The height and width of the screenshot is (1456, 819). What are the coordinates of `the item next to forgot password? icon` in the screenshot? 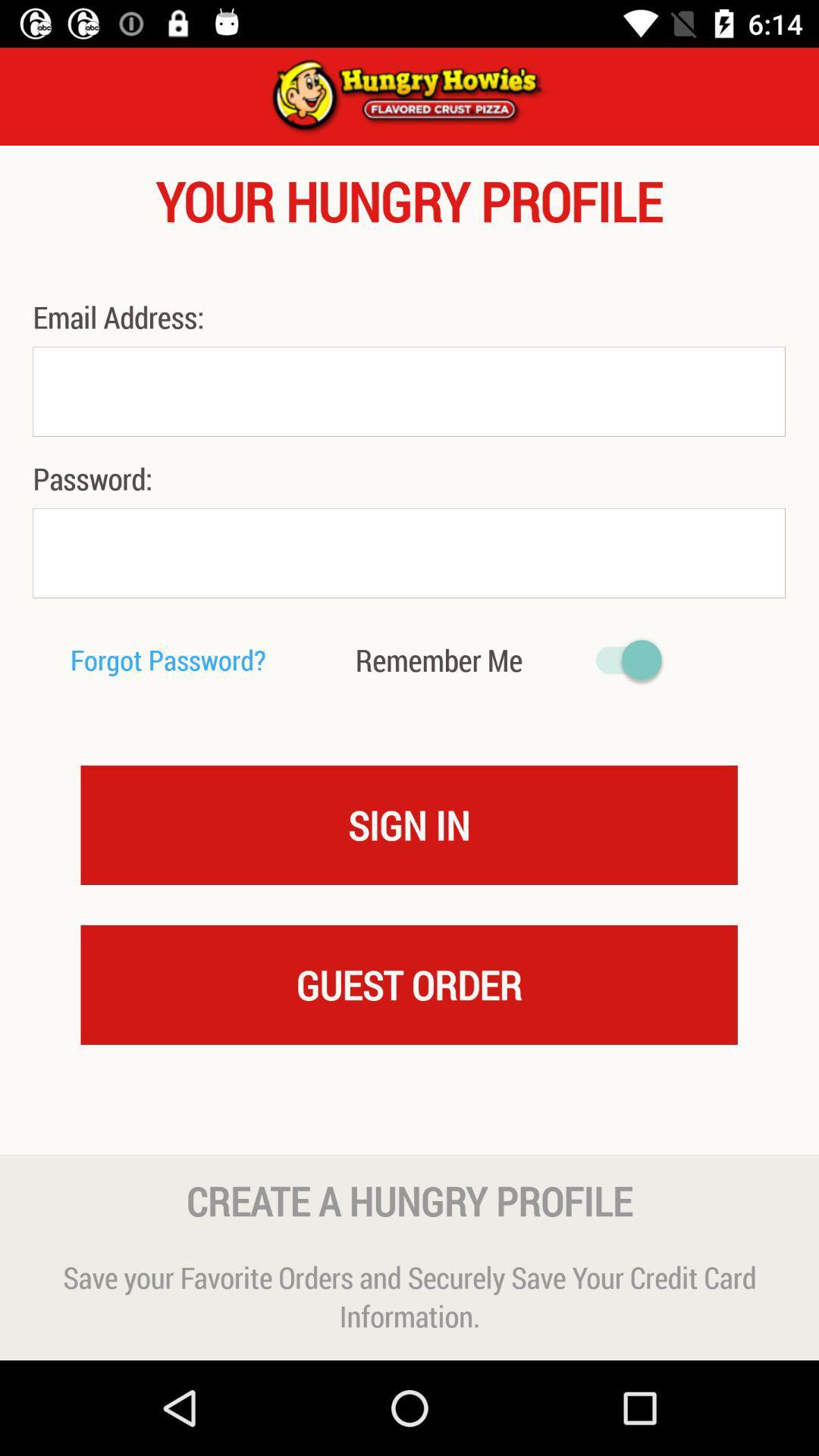 It's located at (438, 660).